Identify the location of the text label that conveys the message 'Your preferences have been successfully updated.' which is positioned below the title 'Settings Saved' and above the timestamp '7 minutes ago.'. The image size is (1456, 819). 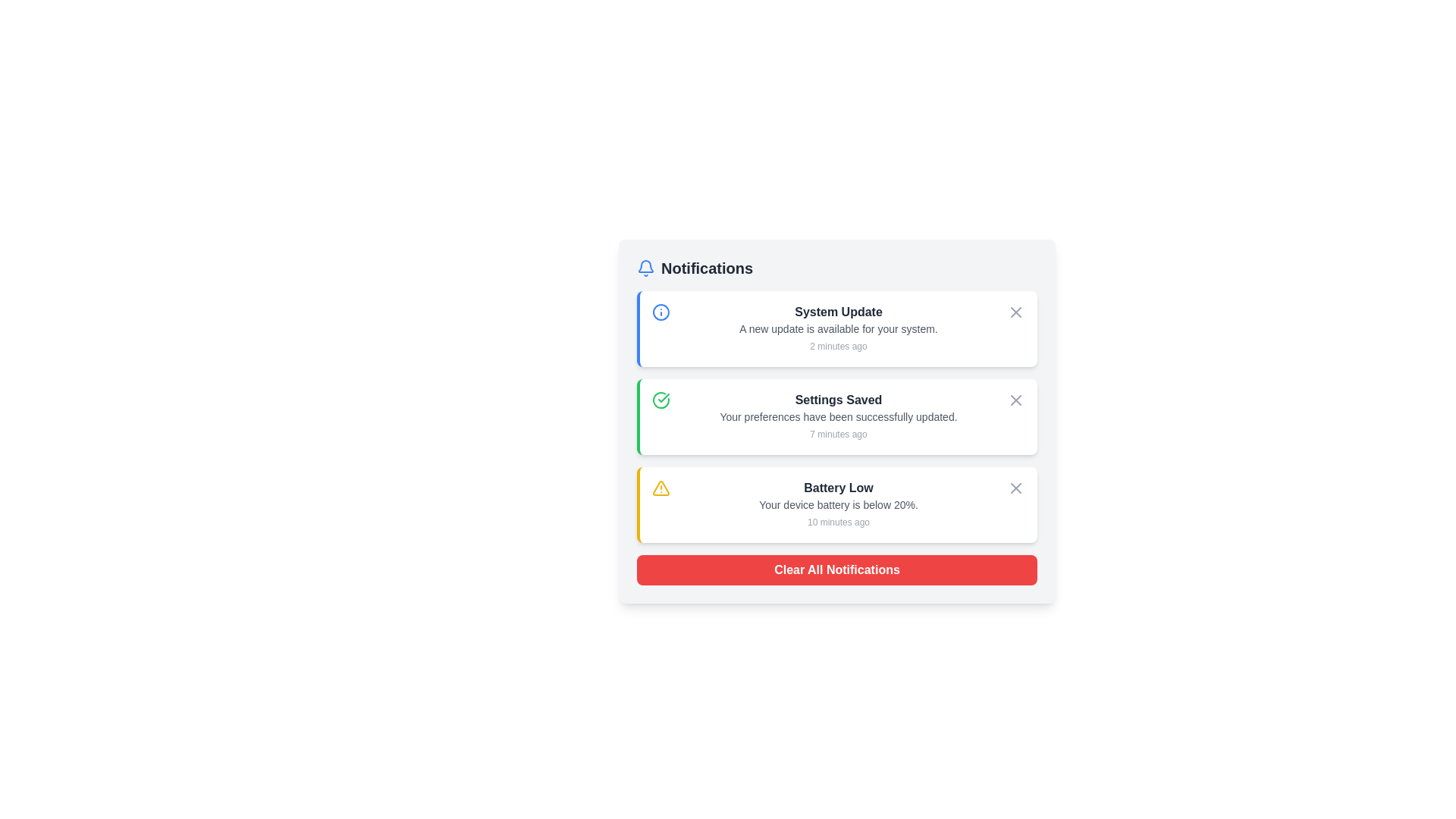
(837, 417).